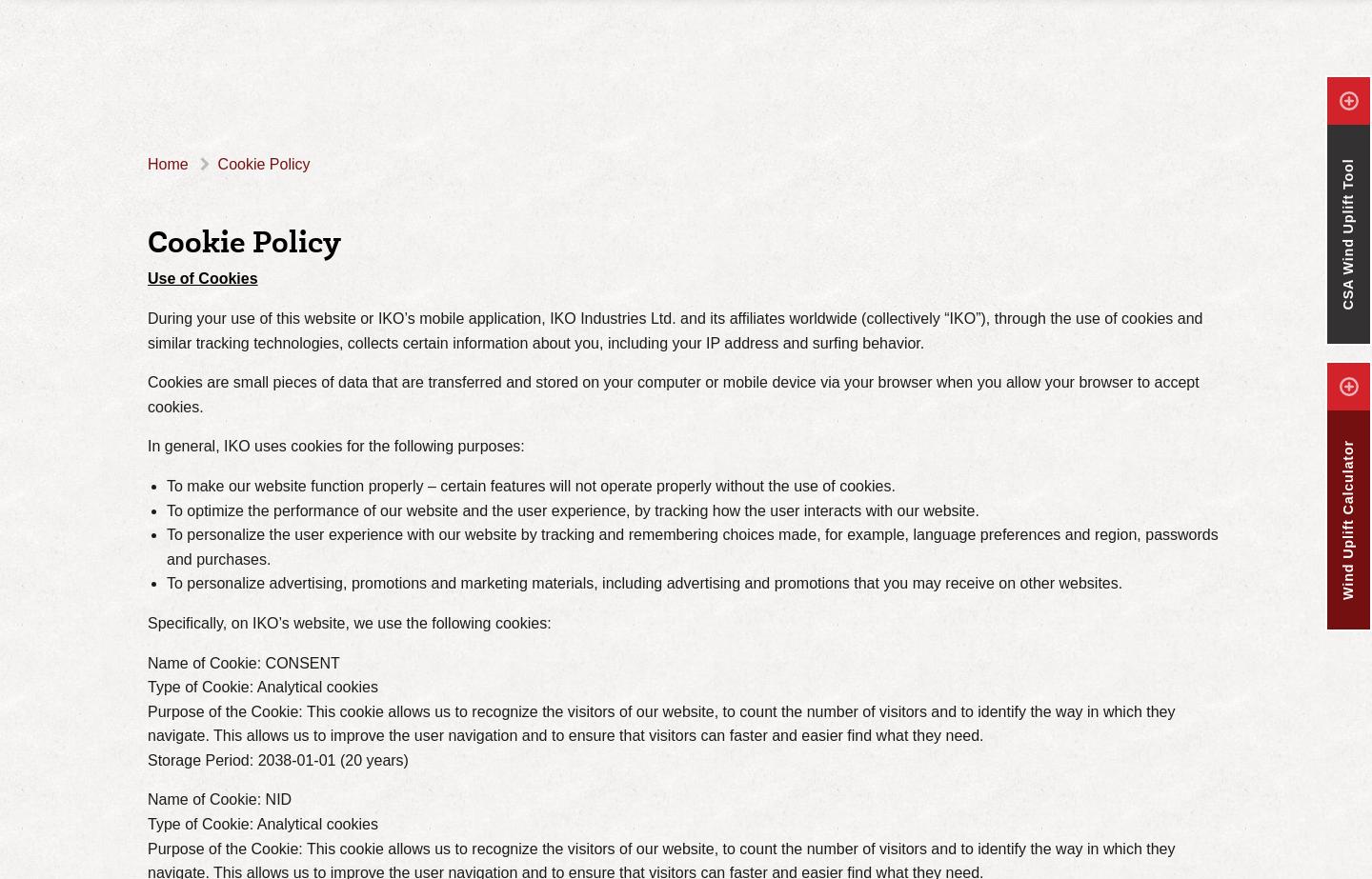 The width and height of the screenshot is (1372, 879). Describe the element at coordinates (591, 44) in the screenshot. I see `'Polyiso Insulation'` at that location.